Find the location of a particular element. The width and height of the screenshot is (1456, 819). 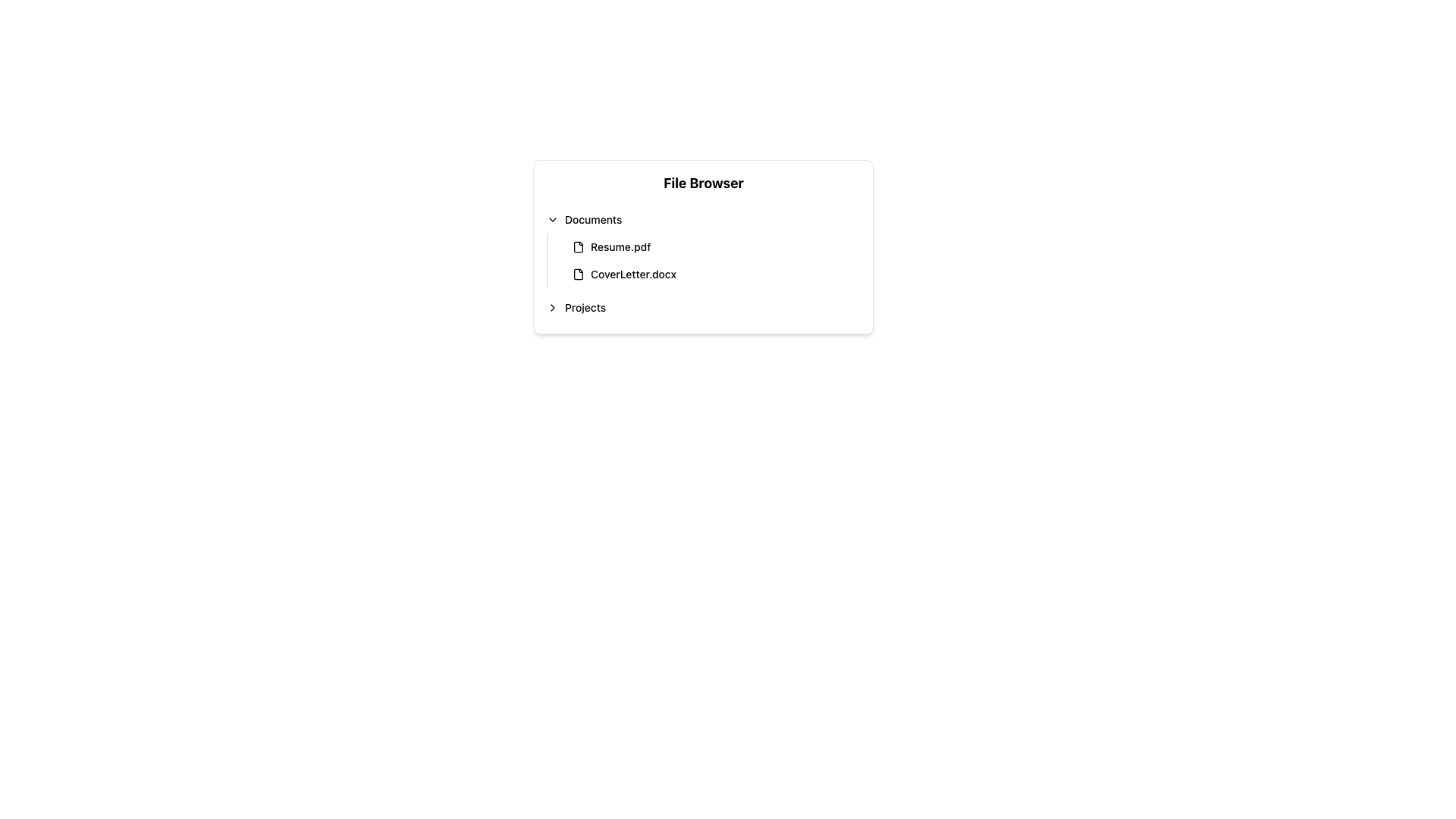

the text label displaying the file name 'Resume.pdf' to focus on it is located at coordinates (620, 246).